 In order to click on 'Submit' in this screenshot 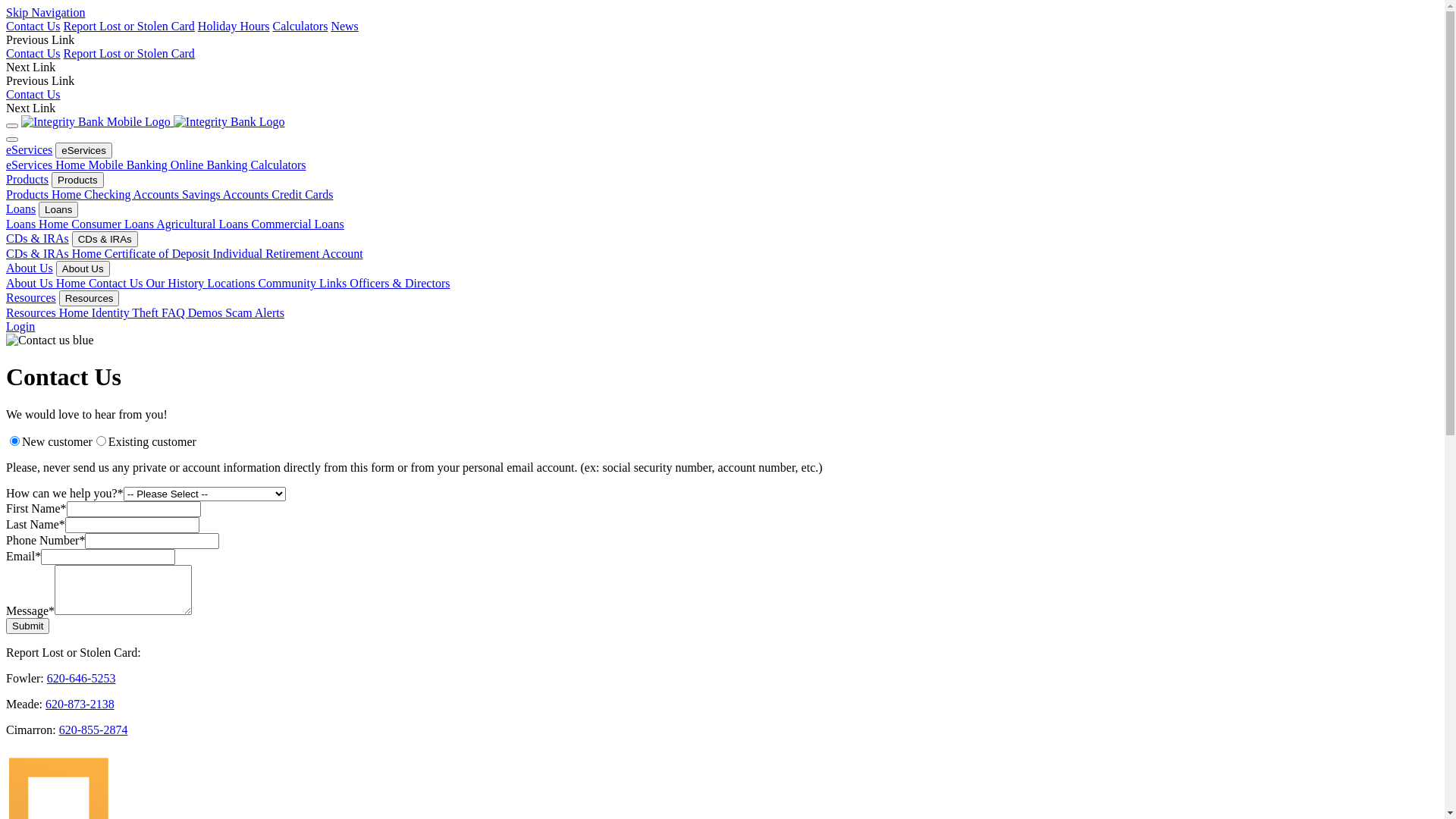, I will do `click(6, 626)`.